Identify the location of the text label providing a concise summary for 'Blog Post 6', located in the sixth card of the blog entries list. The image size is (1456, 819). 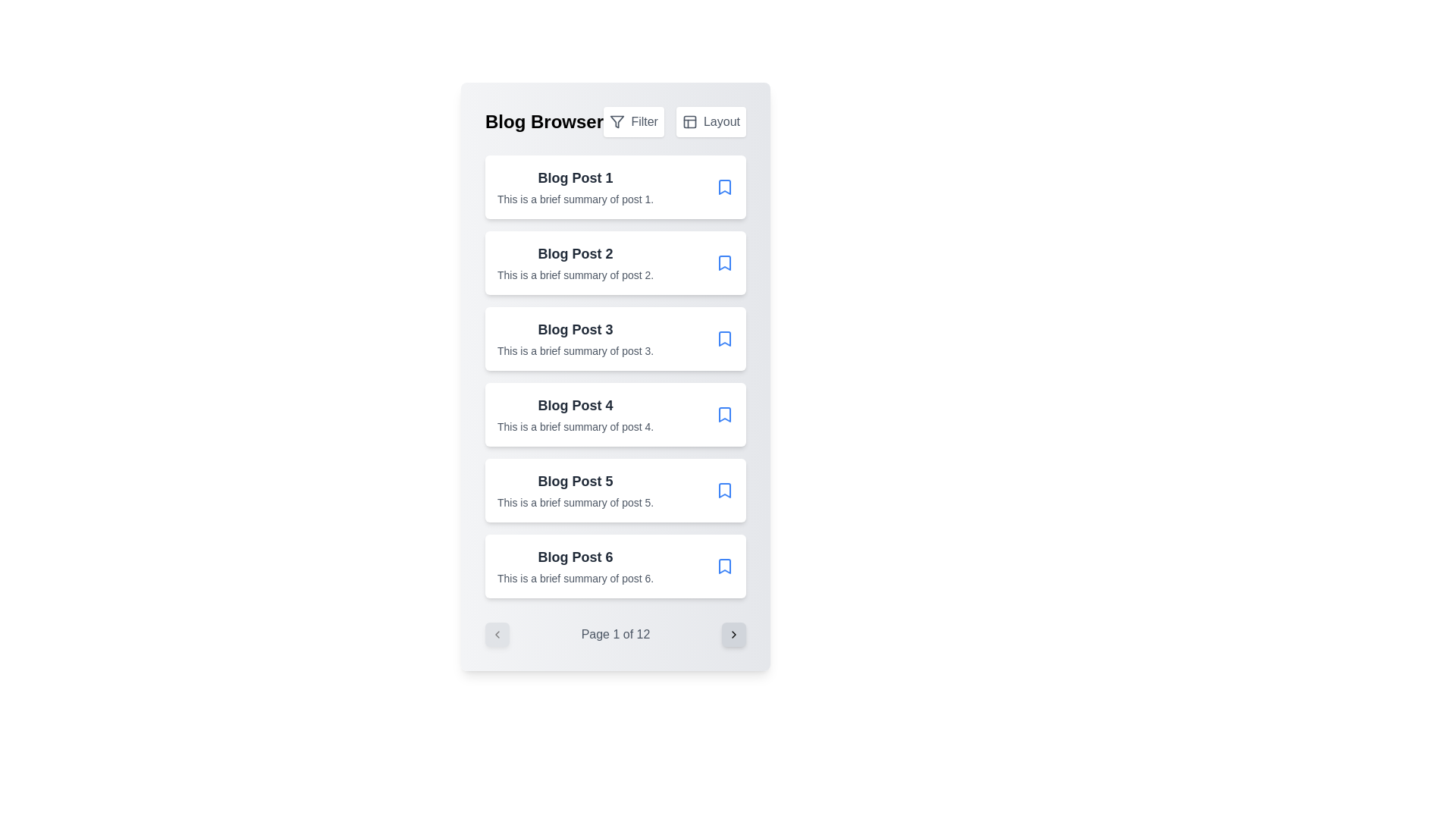
(575, 579).